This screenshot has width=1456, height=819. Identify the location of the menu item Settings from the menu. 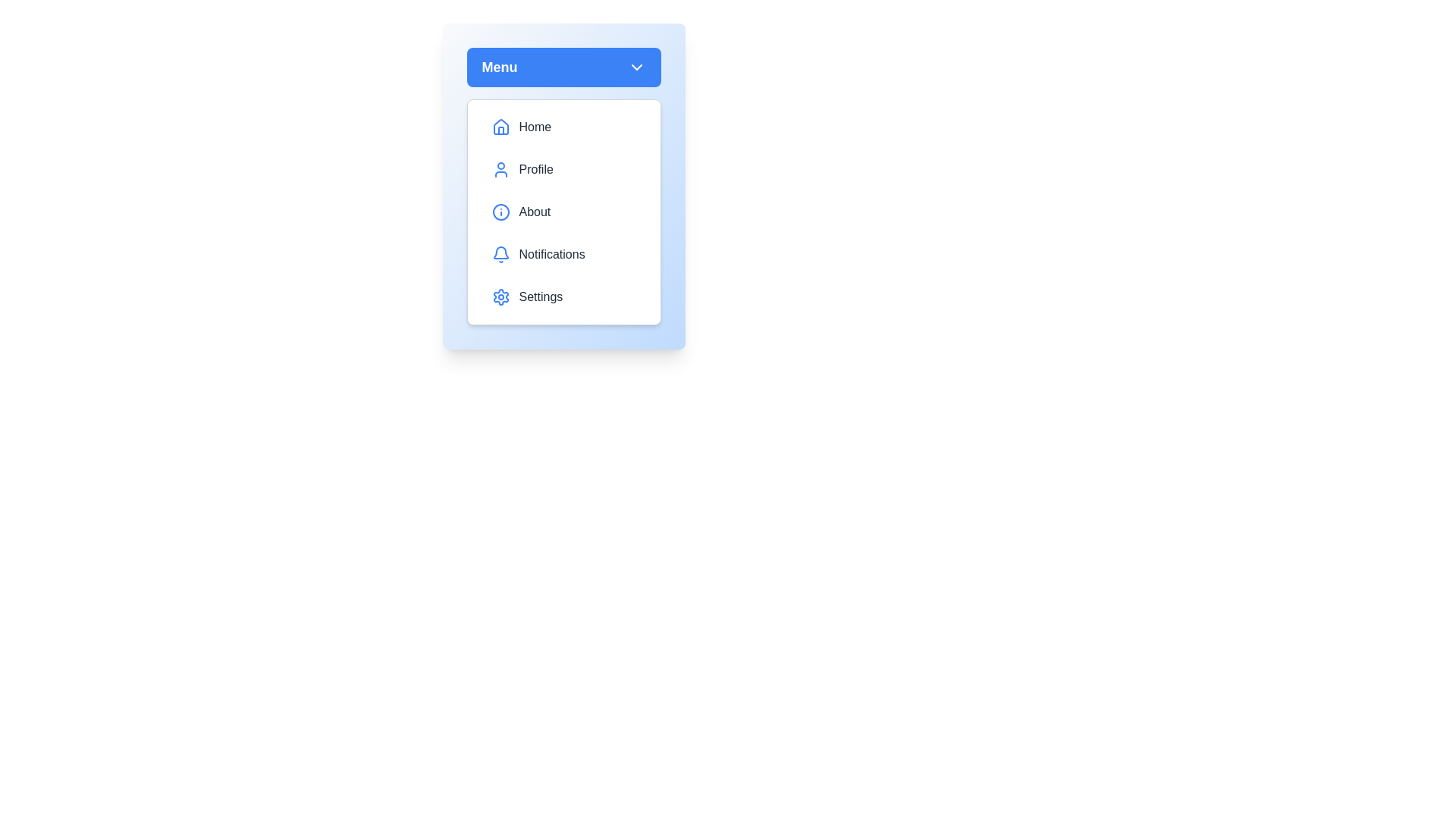
(563, 297).